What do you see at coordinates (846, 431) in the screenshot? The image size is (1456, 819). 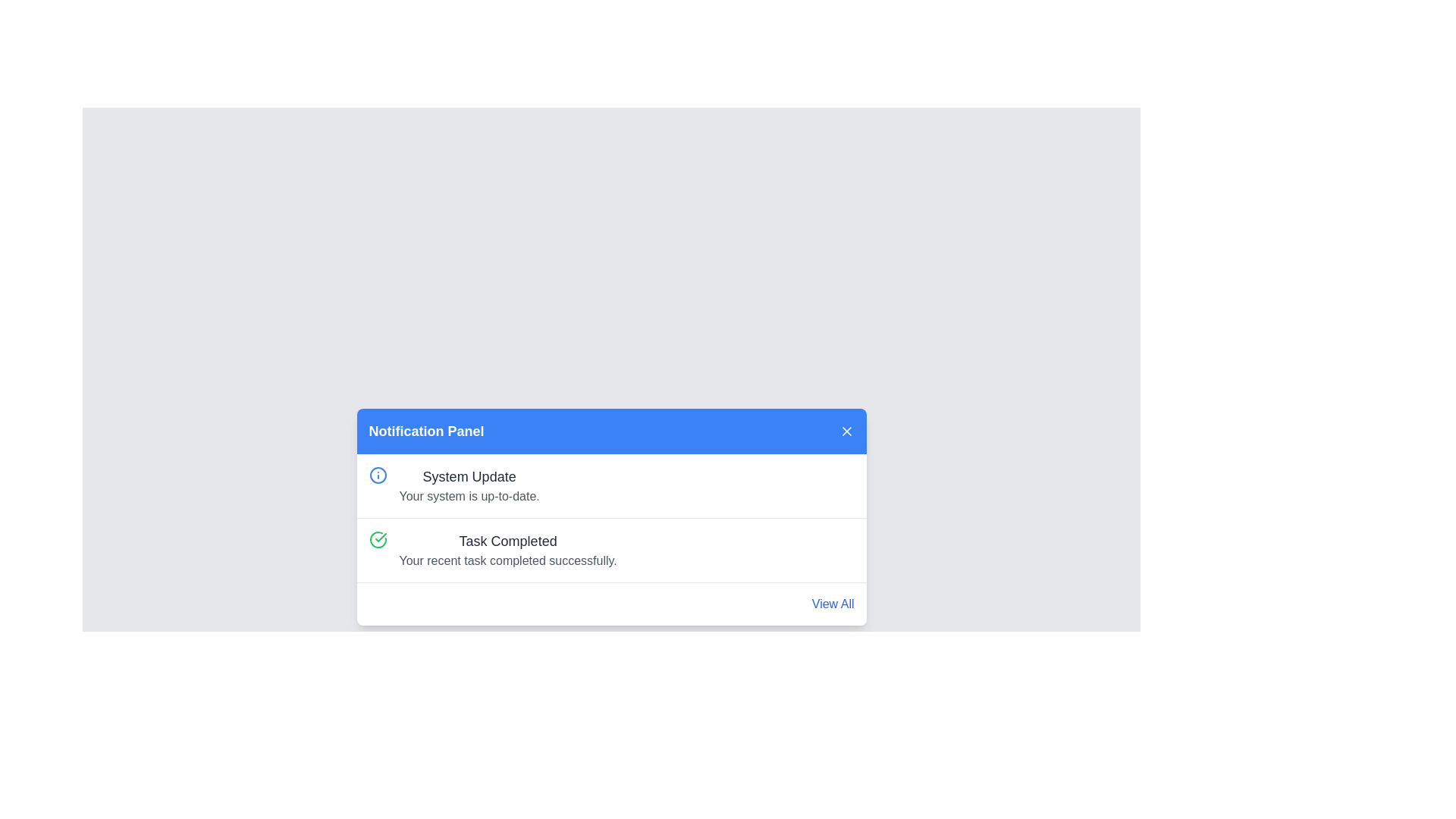 I see `the close icon represented as an 'X' located at the top-right corner of the blue header bar of the 'Notification Panel'` at bounding box center [846, 431].